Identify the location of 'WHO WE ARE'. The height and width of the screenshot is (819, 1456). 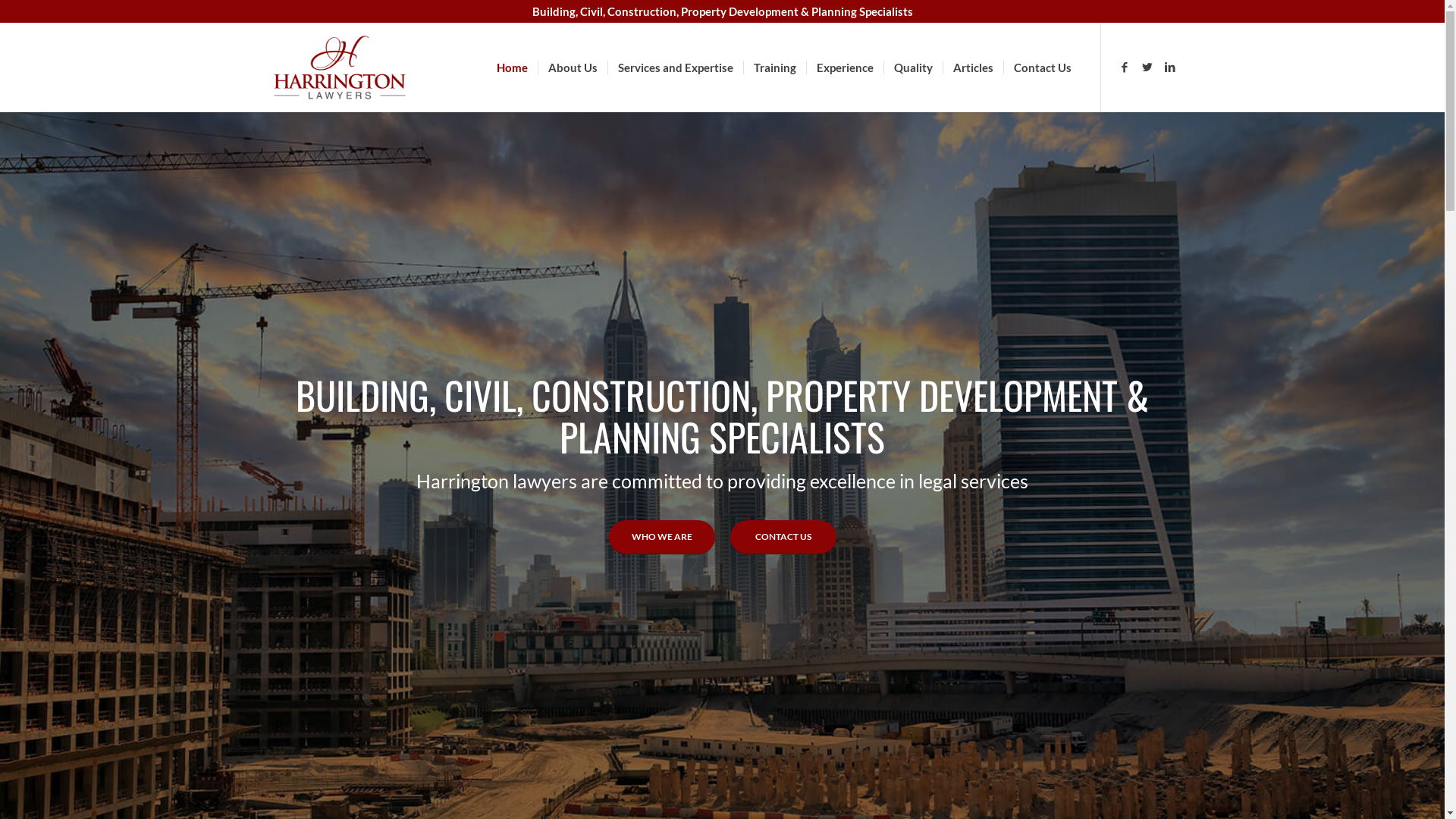
(607, 536).